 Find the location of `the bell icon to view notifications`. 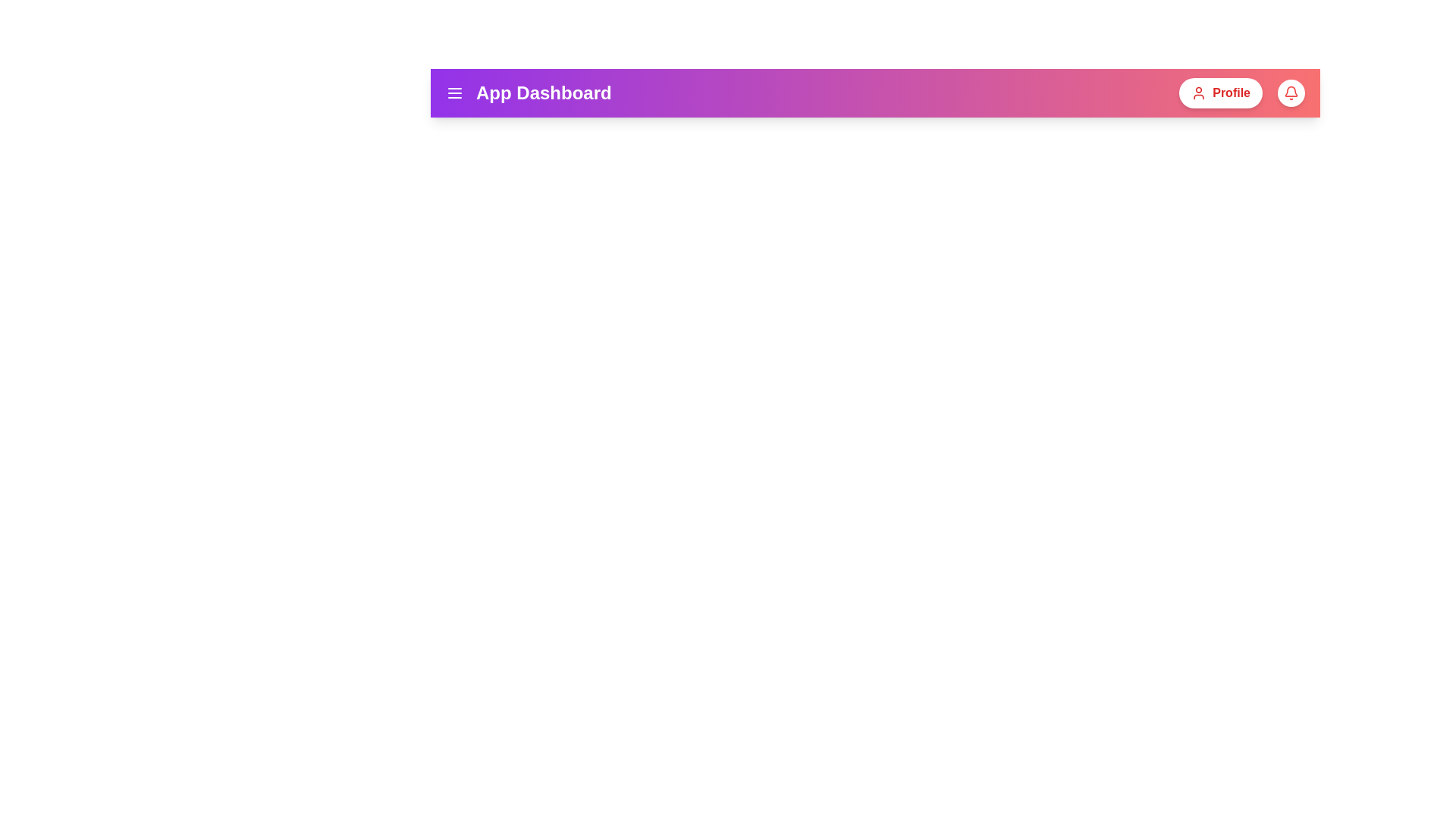

the bell icon to view notifications is located at coordinates (1291, 93).